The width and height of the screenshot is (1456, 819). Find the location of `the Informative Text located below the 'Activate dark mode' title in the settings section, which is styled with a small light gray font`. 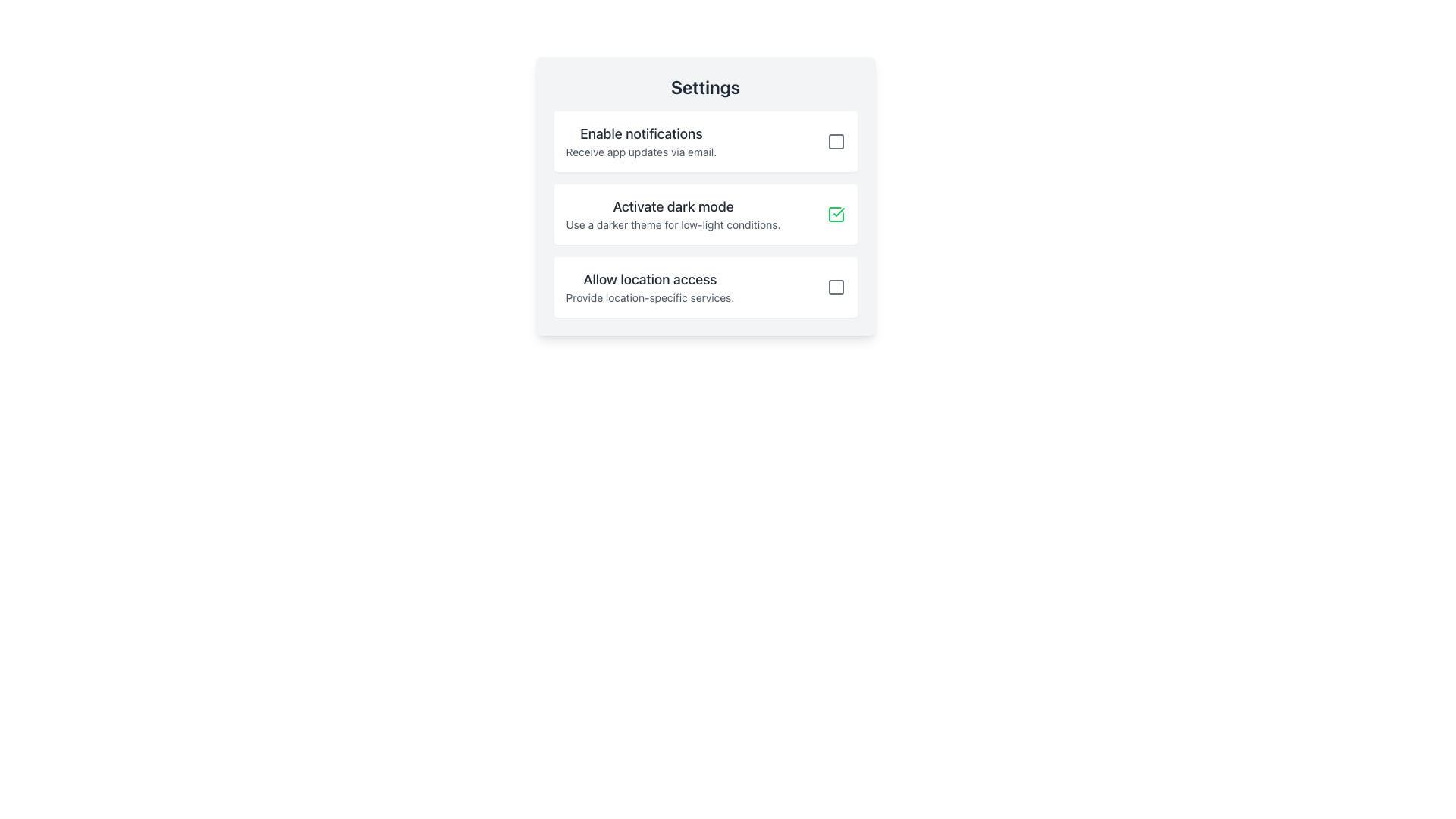

the Informative Text located below the 'Activate dark mode' title in the settings section, which is styled with a small light gray font is located at coordinates (673, 225).